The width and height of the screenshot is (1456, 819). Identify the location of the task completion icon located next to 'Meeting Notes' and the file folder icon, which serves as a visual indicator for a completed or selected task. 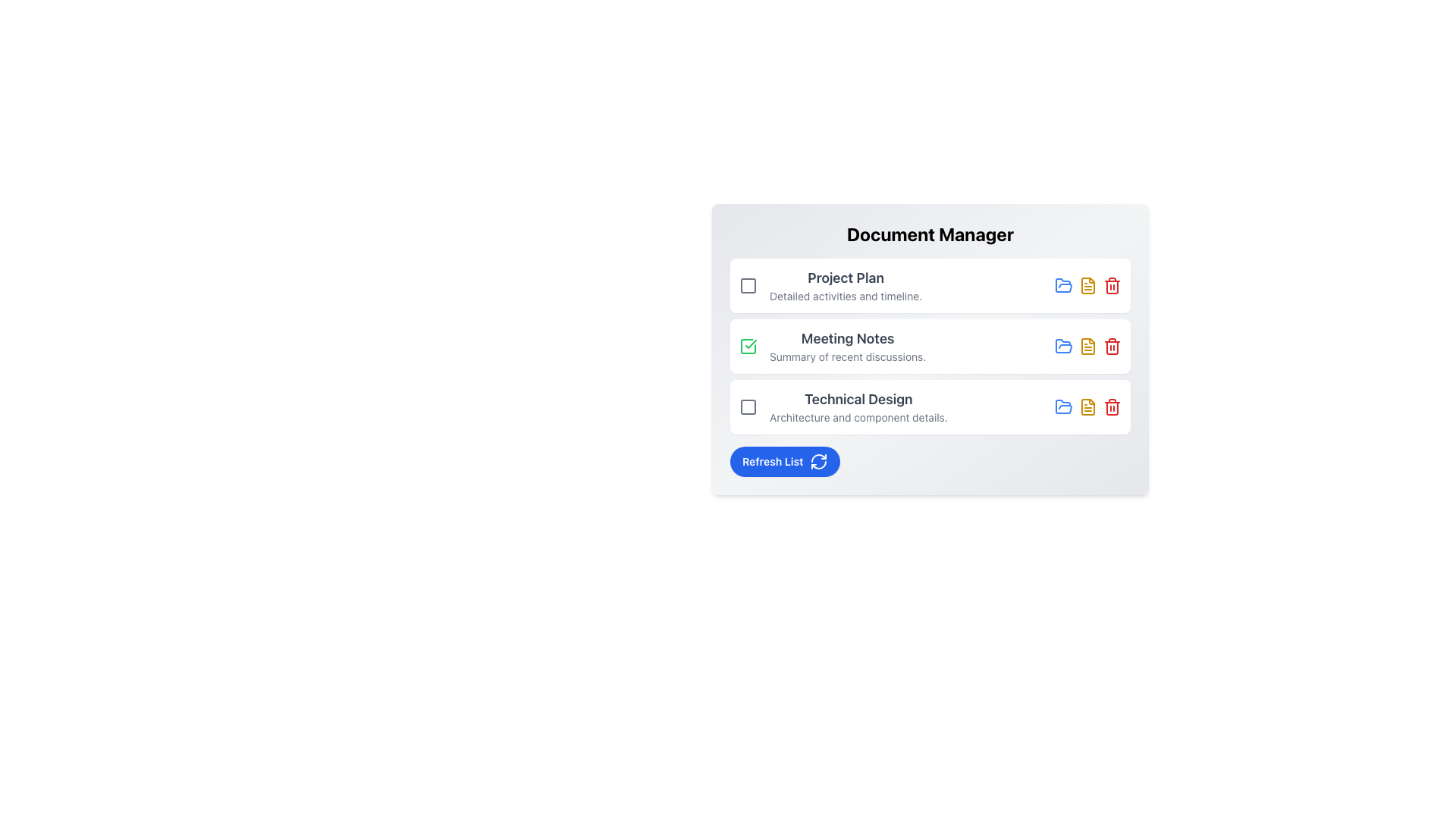
(751, 344).